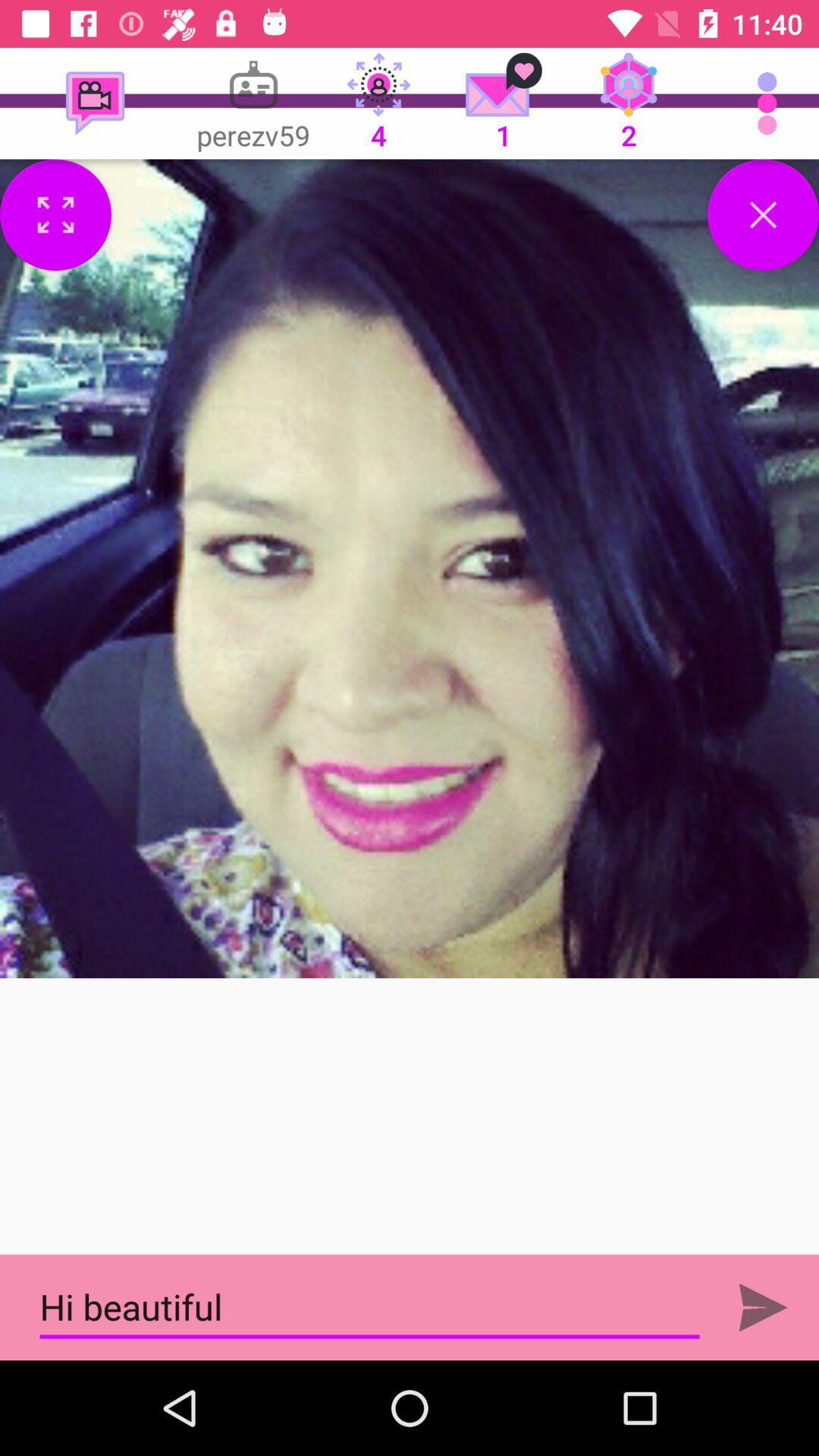 Image resolution: width=819 pixels, height=1456 pixels. Describe the element at coordinates (763, 1307) in the screenshot. I see `go next` at that location.